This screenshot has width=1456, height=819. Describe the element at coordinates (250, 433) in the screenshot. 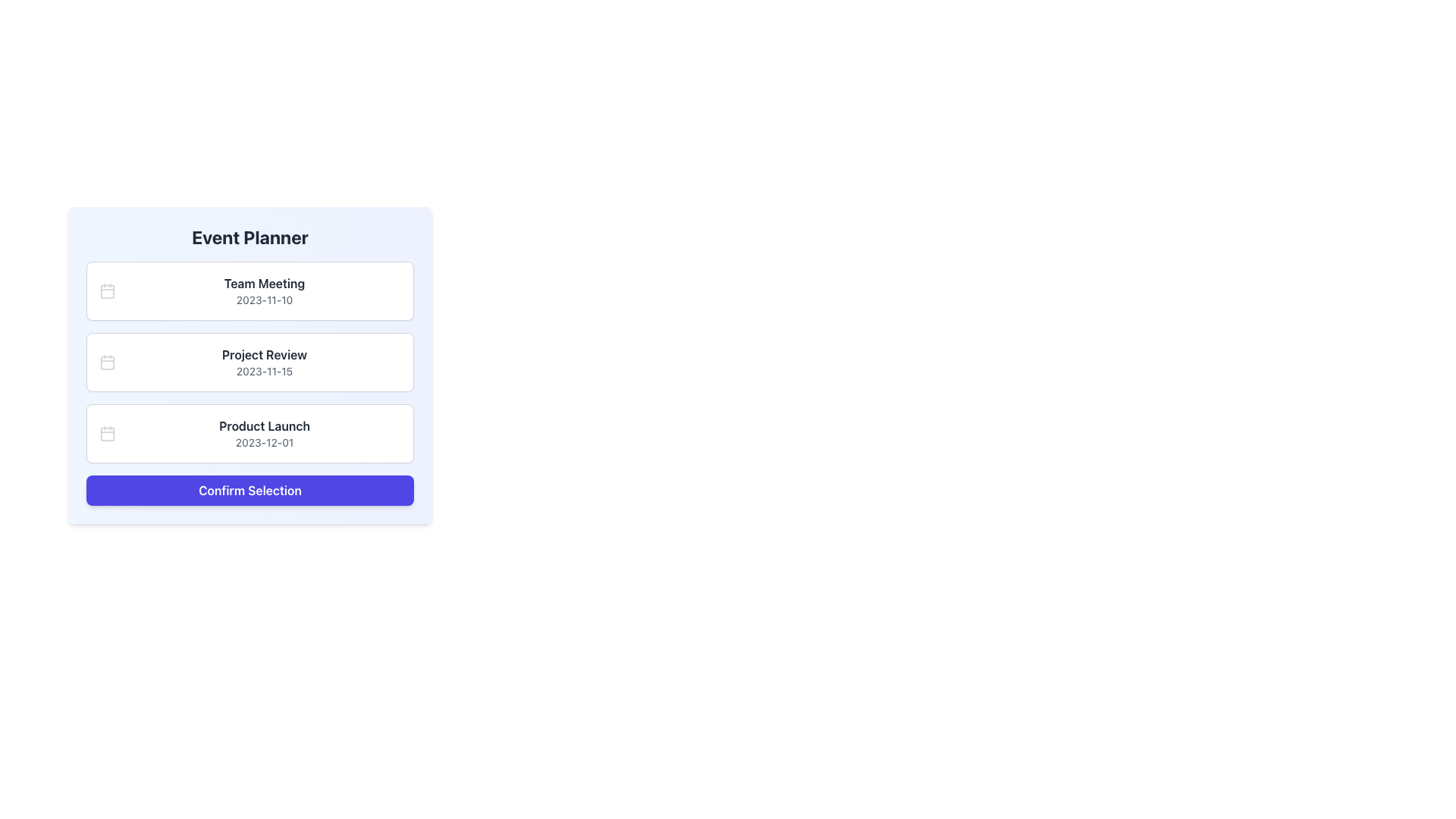

I see `the third selectable card in the 'Event Planner' subsection` at that location.